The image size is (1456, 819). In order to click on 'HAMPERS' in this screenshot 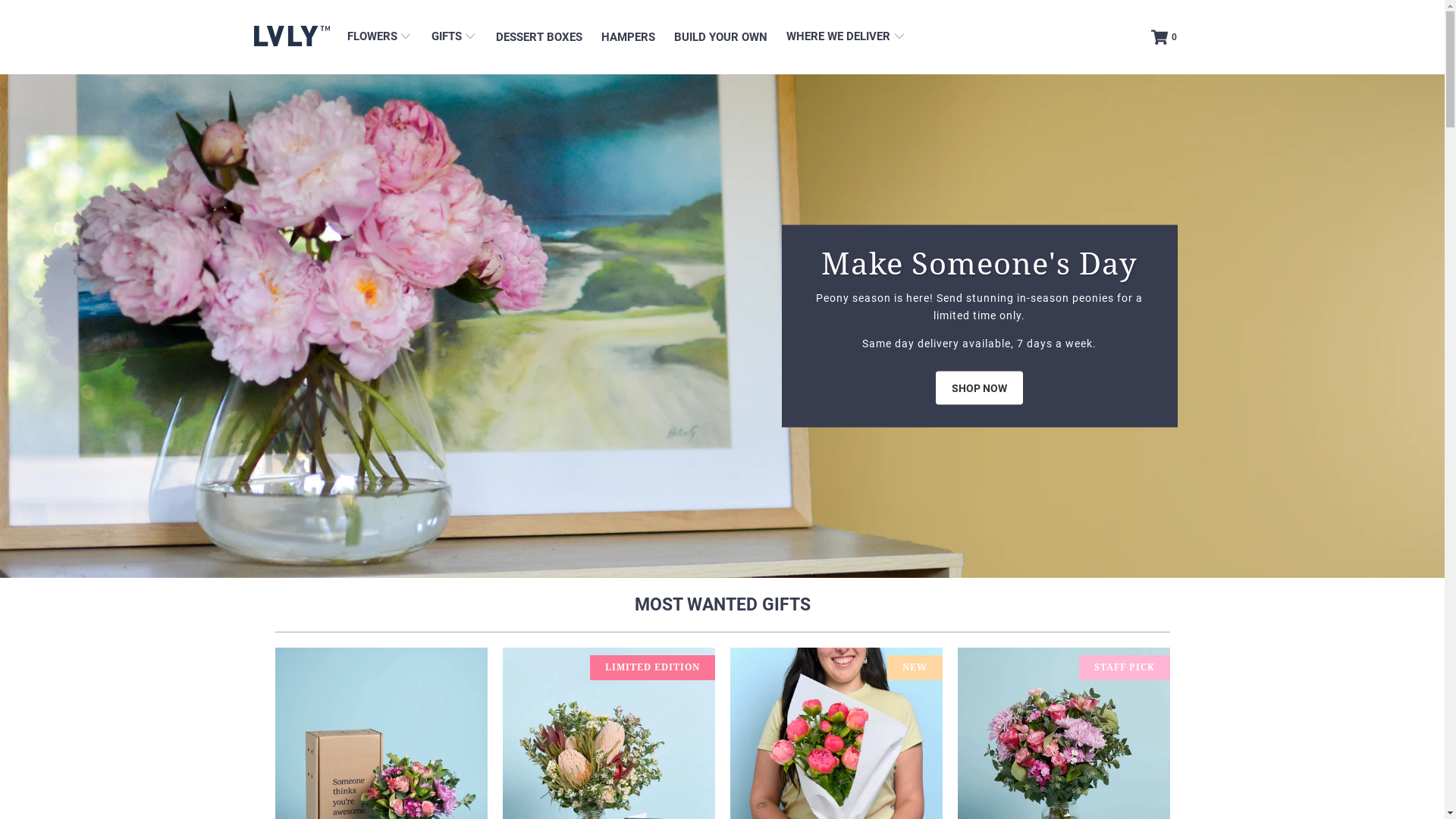, I will do `click(600, 36)`.